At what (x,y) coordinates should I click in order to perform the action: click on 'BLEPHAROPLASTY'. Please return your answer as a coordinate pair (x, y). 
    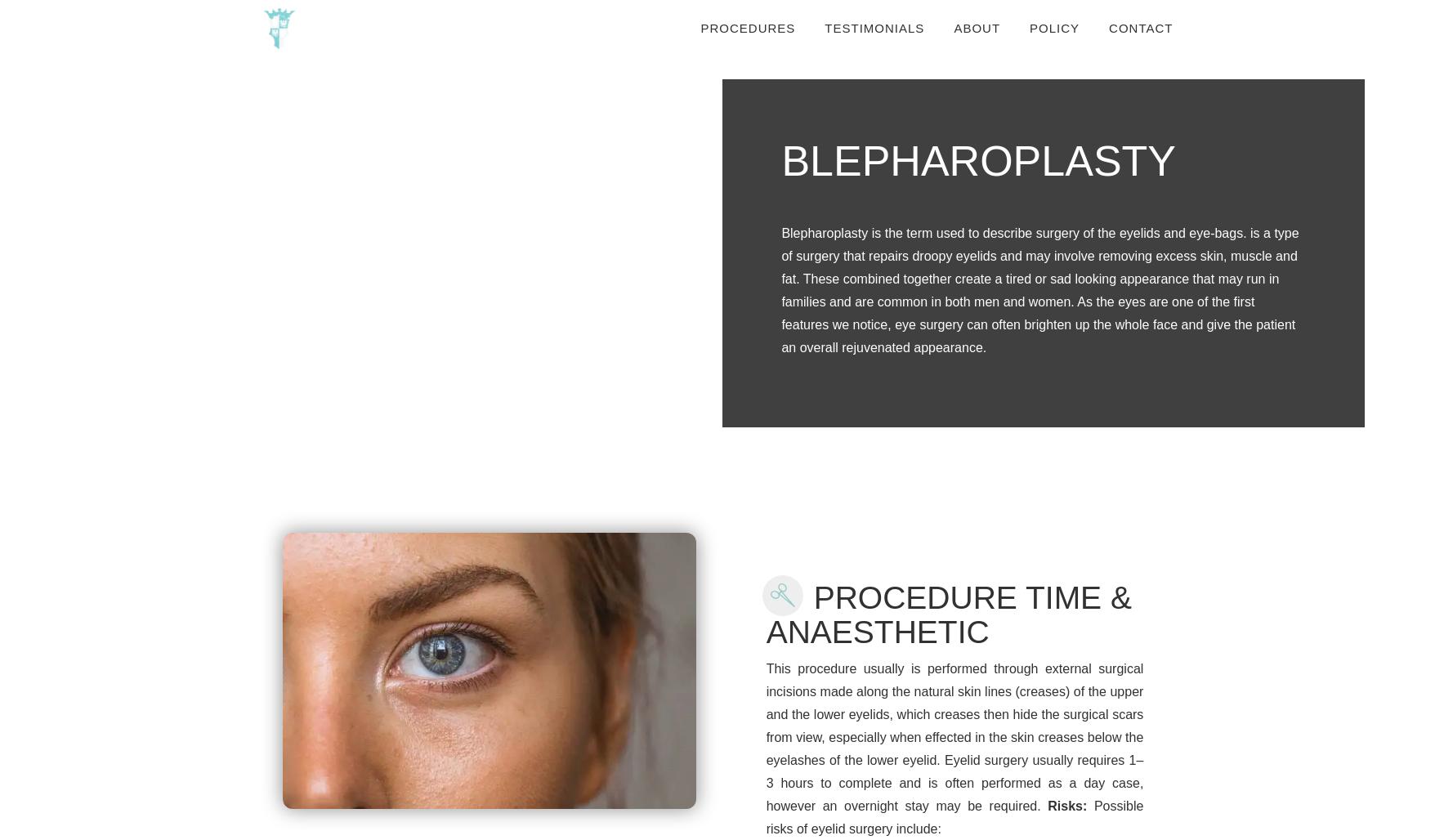
    Looking at the image, I should click on (977, 159).